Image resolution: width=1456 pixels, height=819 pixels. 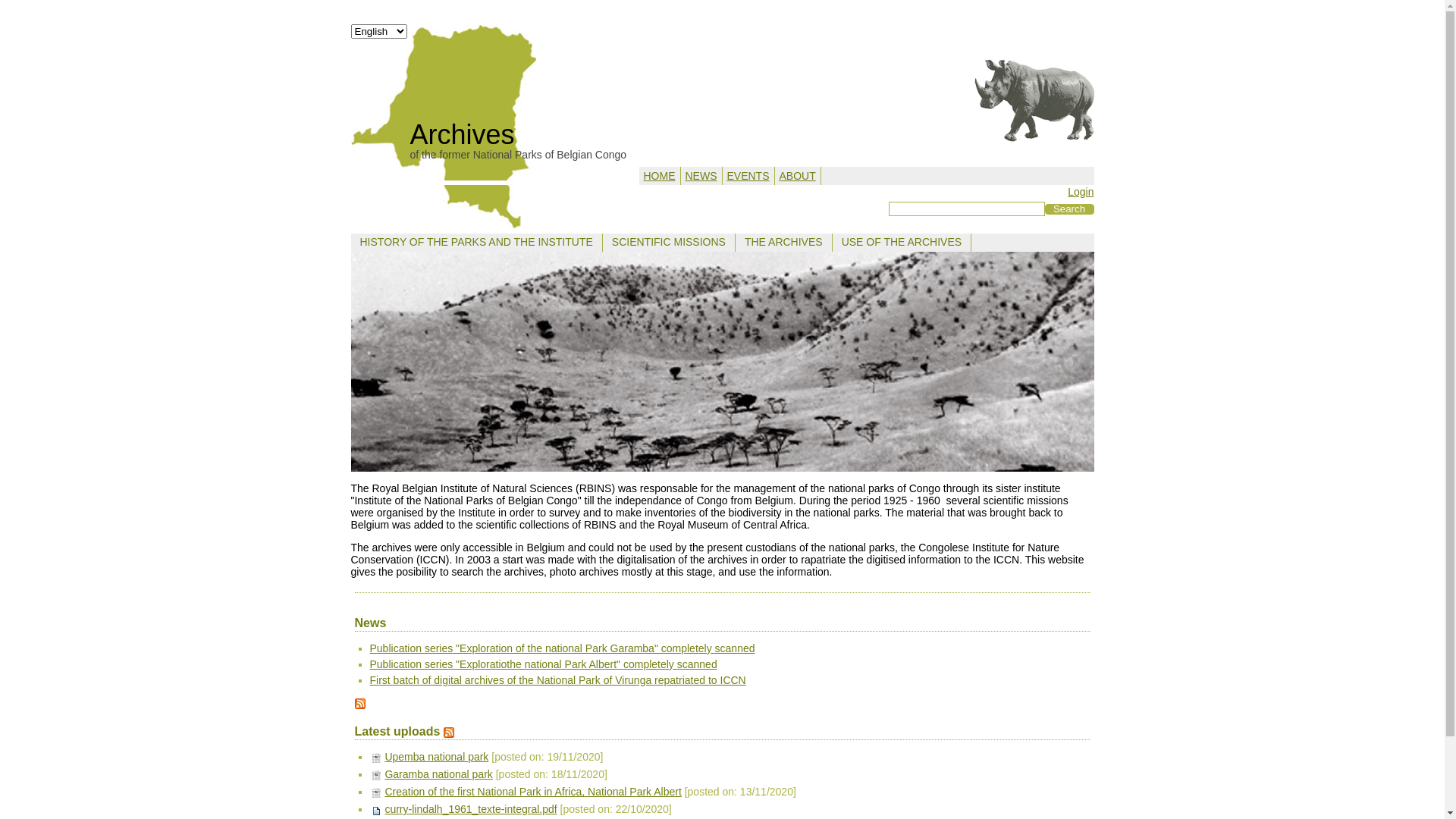 What do you see at coordinates (747, 174) in the screenshot?
I see `'EVENTS'` at bounding box center [747, 174].